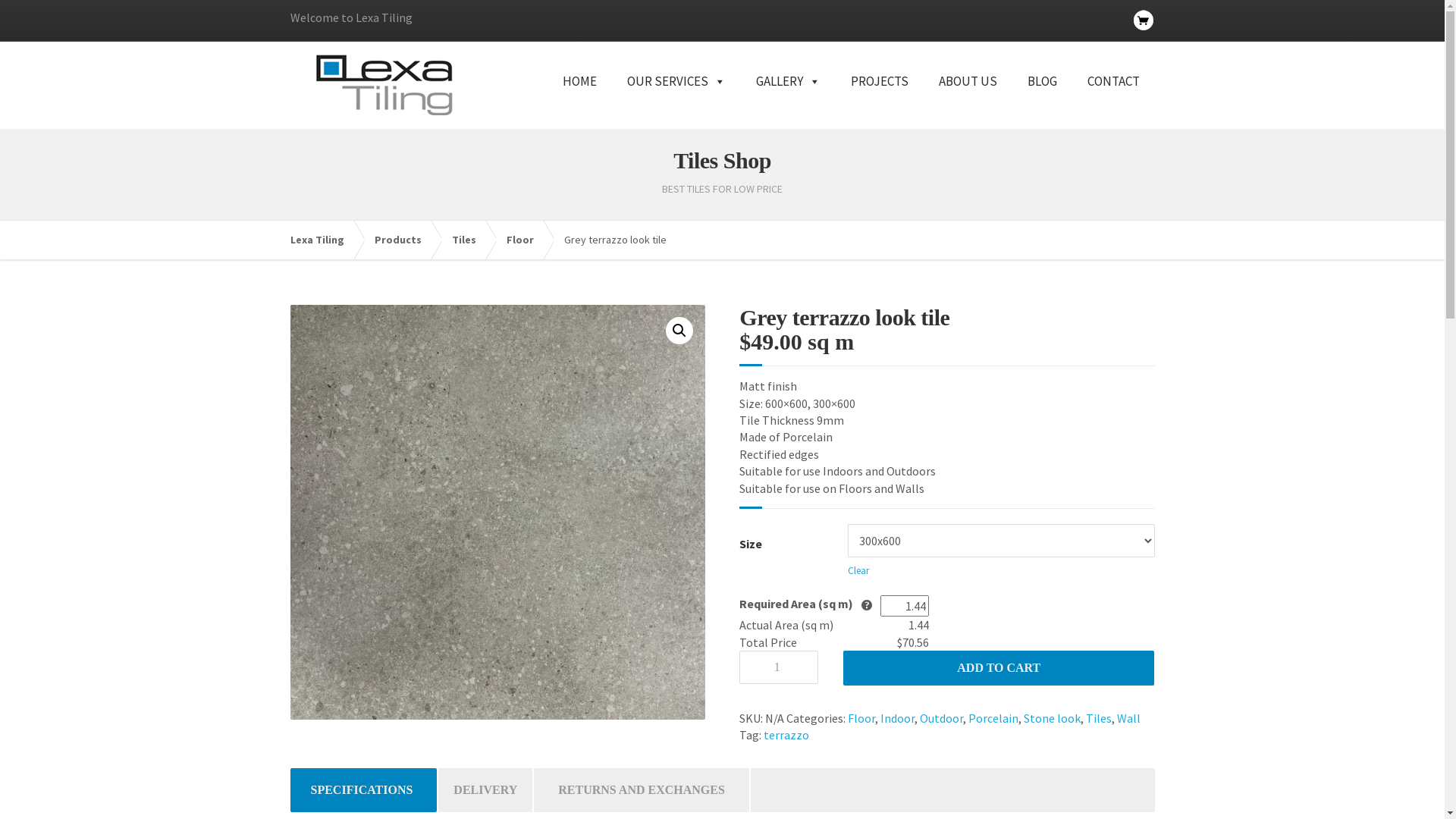 Image resolution: width=1456 pixels, height=819 pixels. What do you see at coordinates (880, 717) in the screenshot?
I see `'Indoor'` at bounding box center [880, 717].